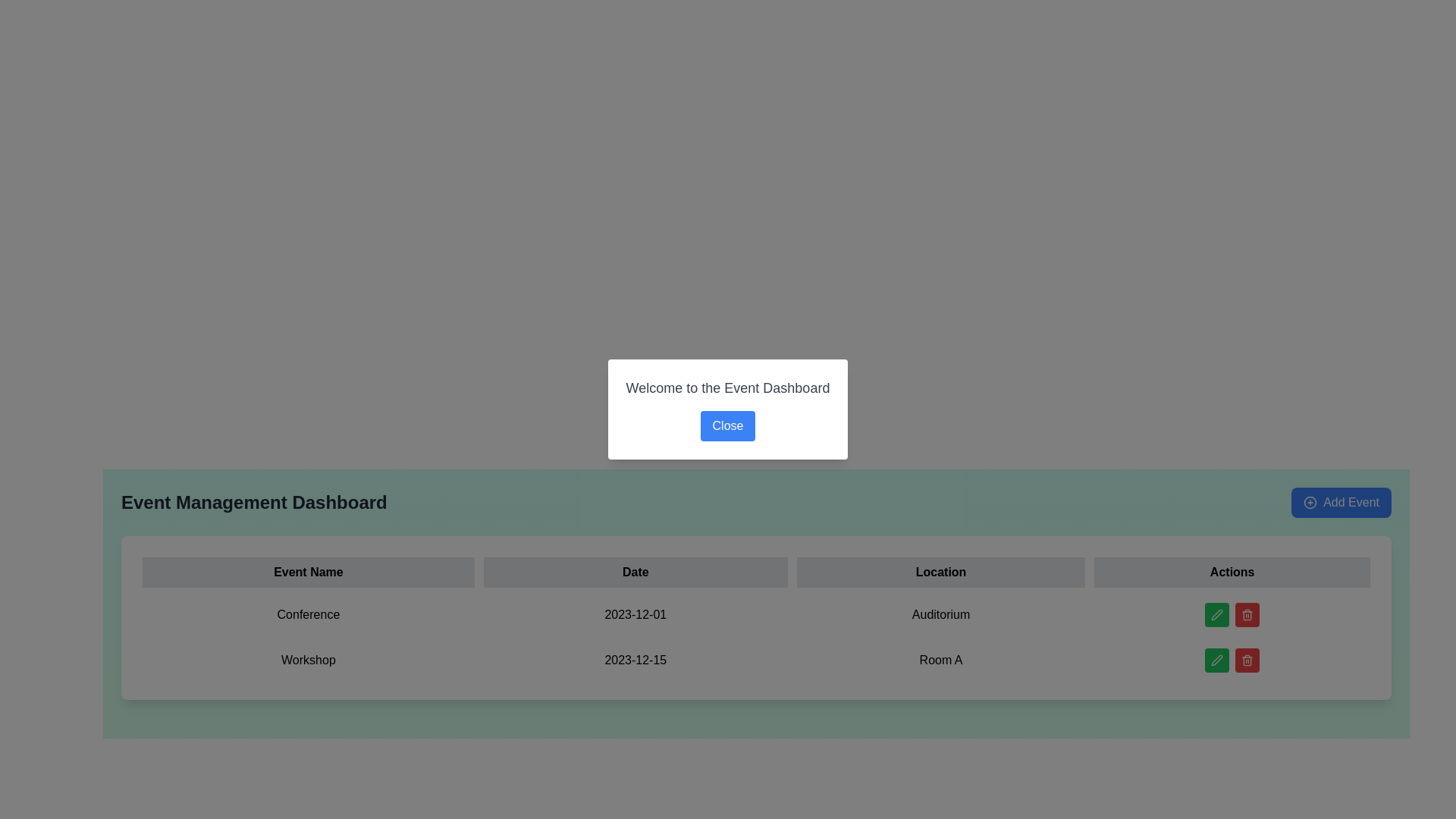 The width and height of the screenshot is (1456, 819). Describe the element at coordinates (1247, 614) in the screenshot. I see `the deletion button located on the rightmost side of the row within the 'Actions' column of the table` at that location.